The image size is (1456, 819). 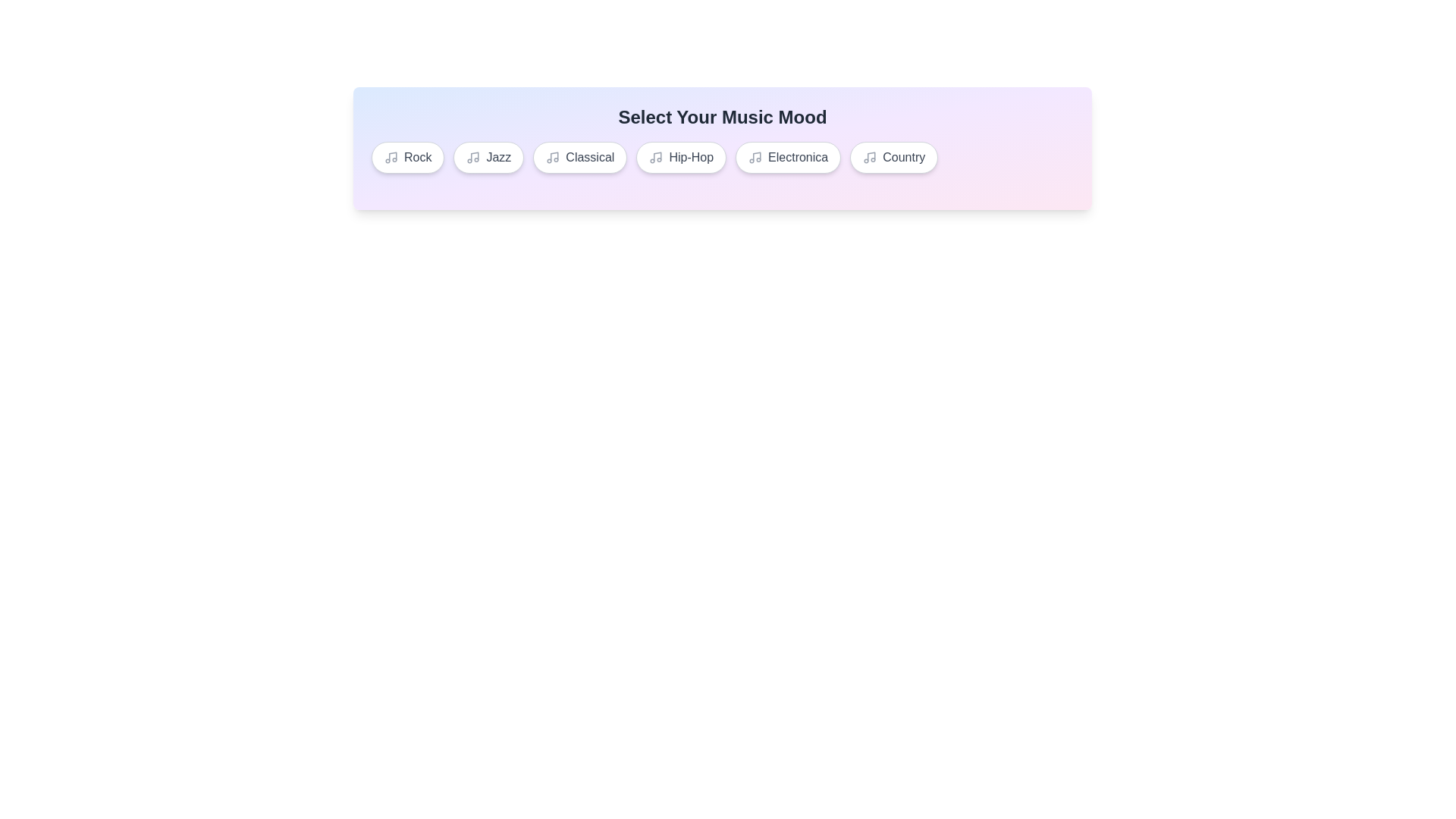 I want to click on the music tag Country from the list, so click(x=894, y=158).